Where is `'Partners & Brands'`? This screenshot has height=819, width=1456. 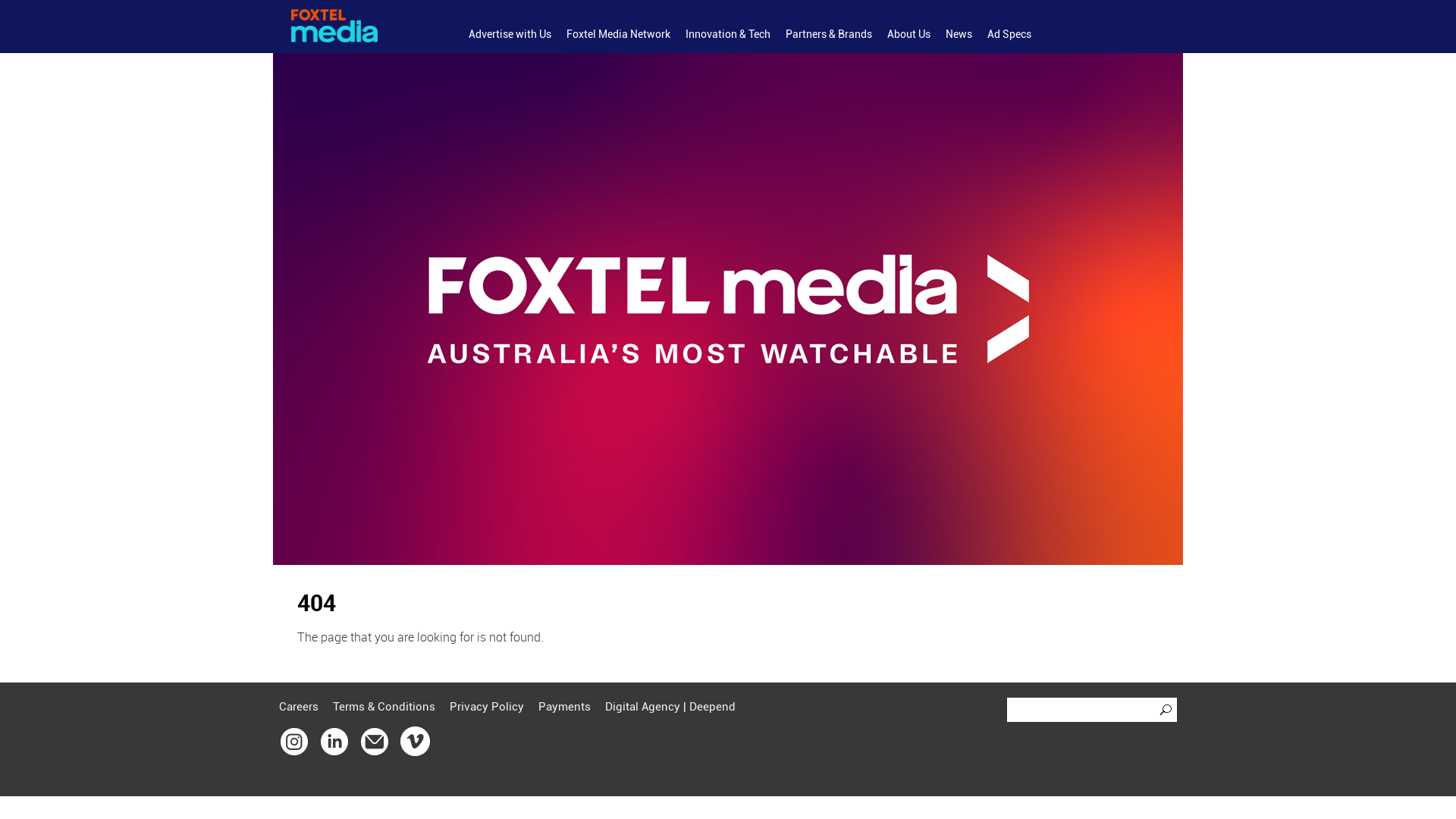 'Partners & Brands' is located at coordinates (828, 34).